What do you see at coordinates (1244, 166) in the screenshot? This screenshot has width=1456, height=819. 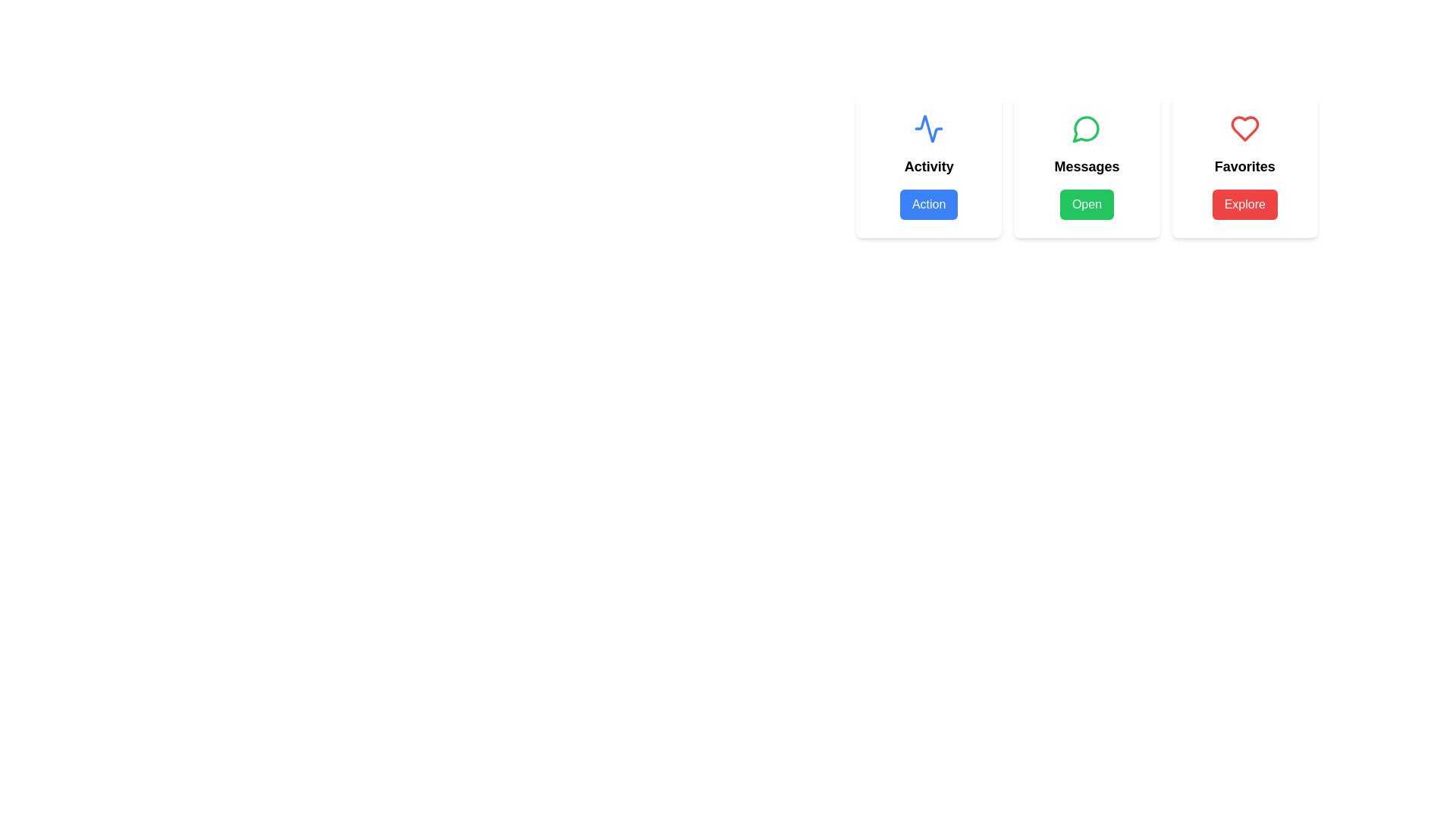 I see `the 'Favorites' text label which is styled in bold and larger size, located below a heart-shaped icon and above the 'Explore' button` at bounding box center [1244, 166].